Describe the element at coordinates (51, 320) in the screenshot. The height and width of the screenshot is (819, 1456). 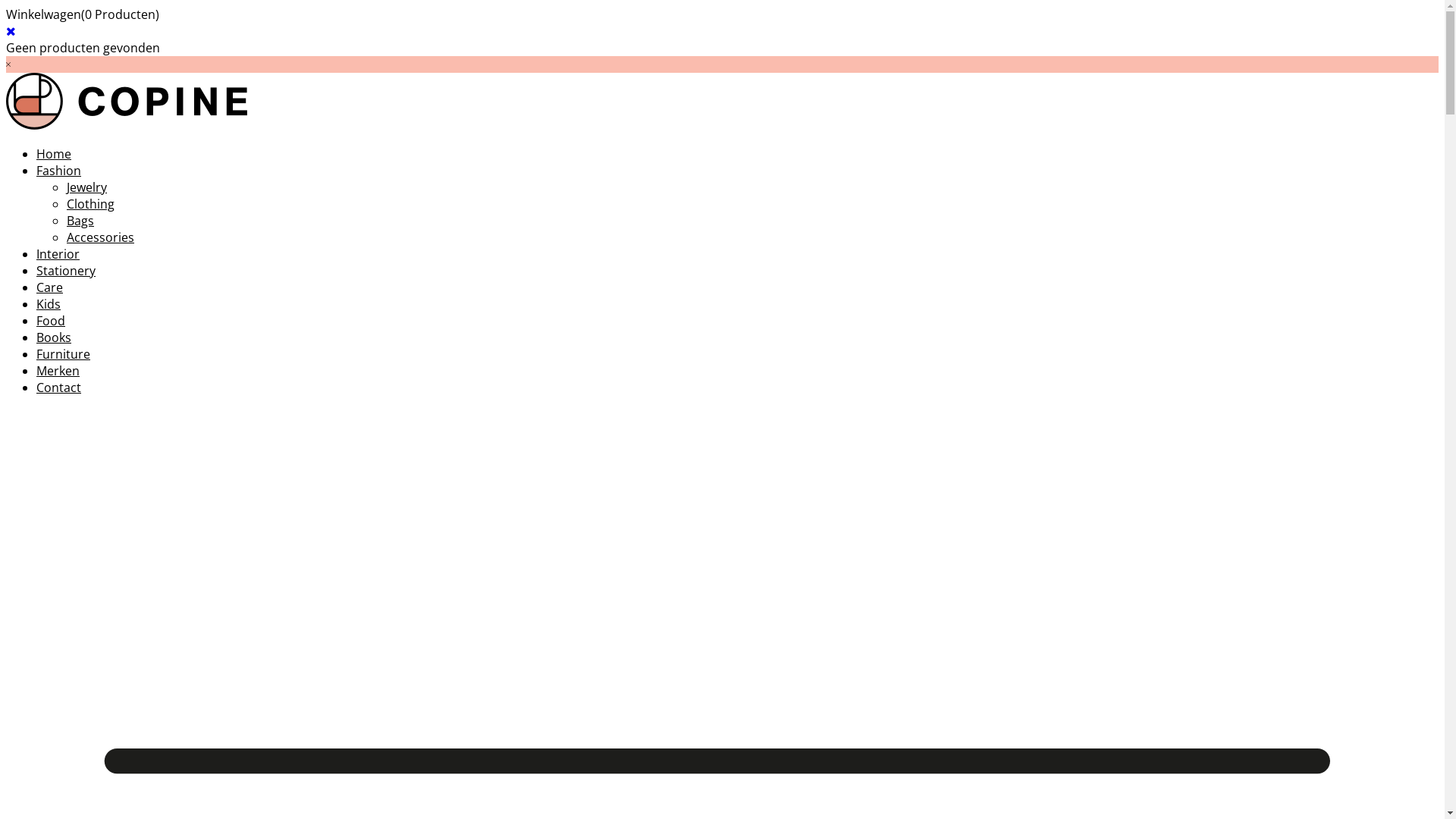
I see `'Food'` at that location.